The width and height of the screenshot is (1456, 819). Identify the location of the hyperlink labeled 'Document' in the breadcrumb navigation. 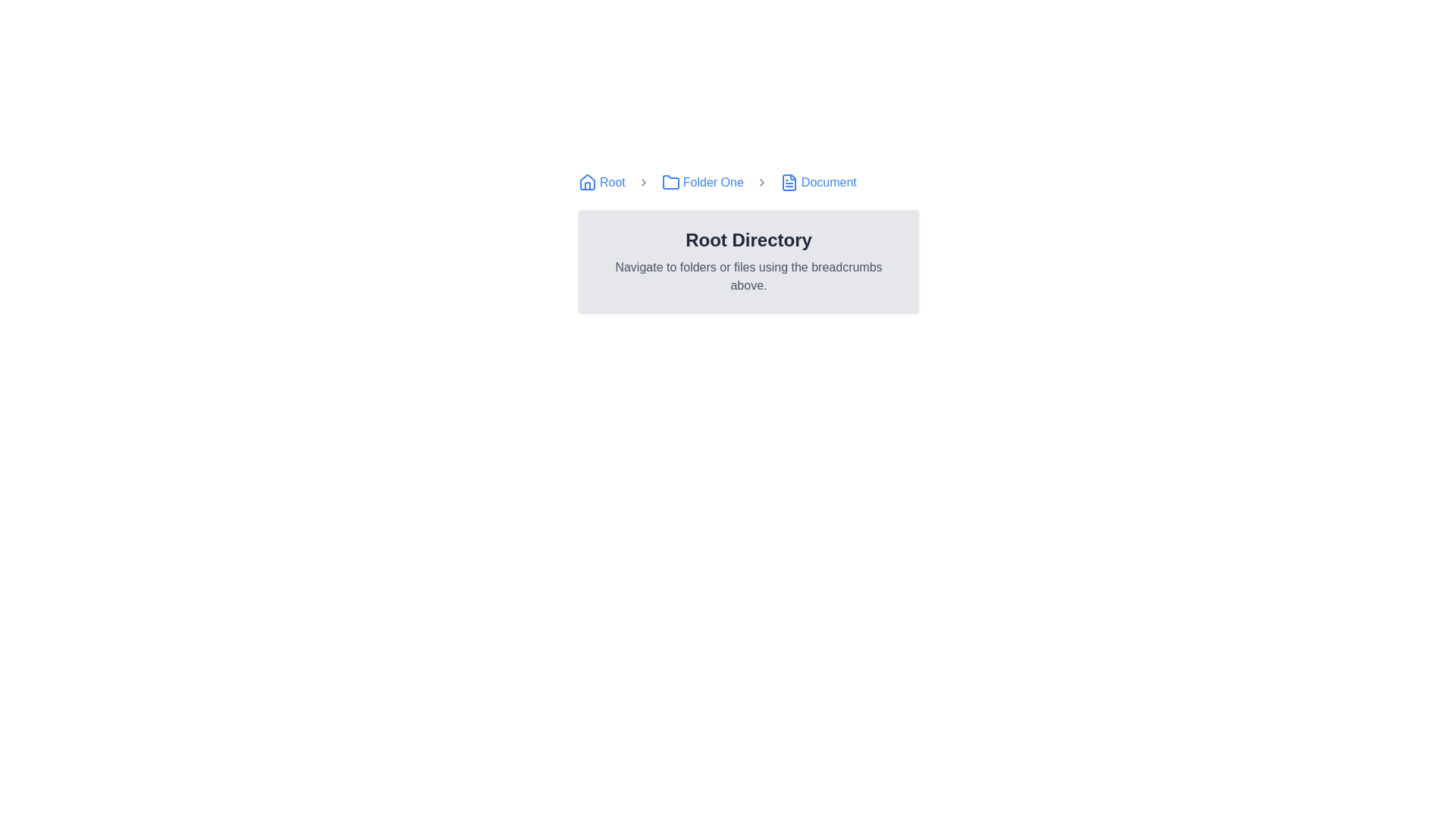
(817, 181).